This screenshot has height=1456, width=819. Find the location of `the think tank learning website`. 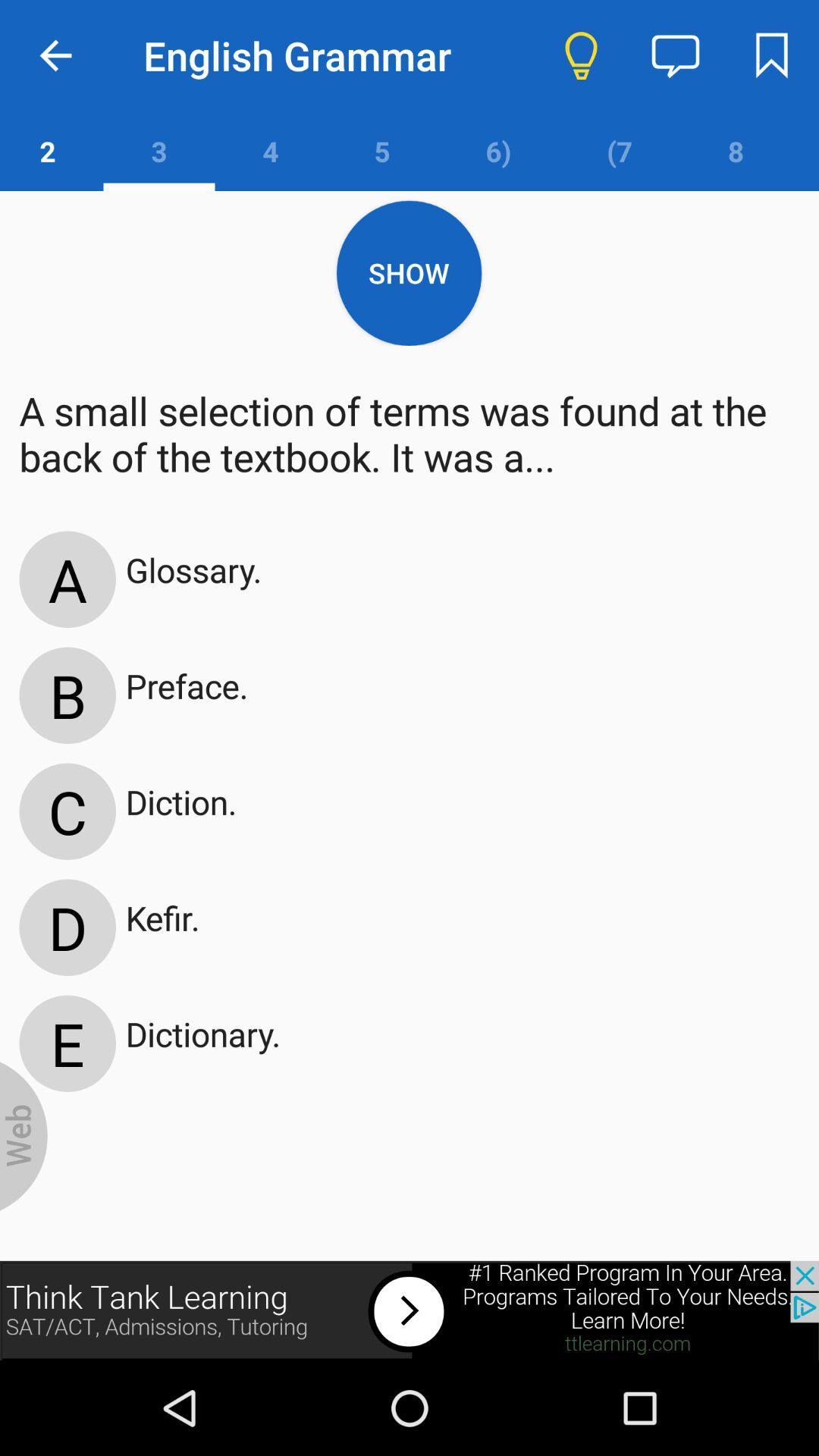

the think tank learning website is located at coordinates (409, 1310).